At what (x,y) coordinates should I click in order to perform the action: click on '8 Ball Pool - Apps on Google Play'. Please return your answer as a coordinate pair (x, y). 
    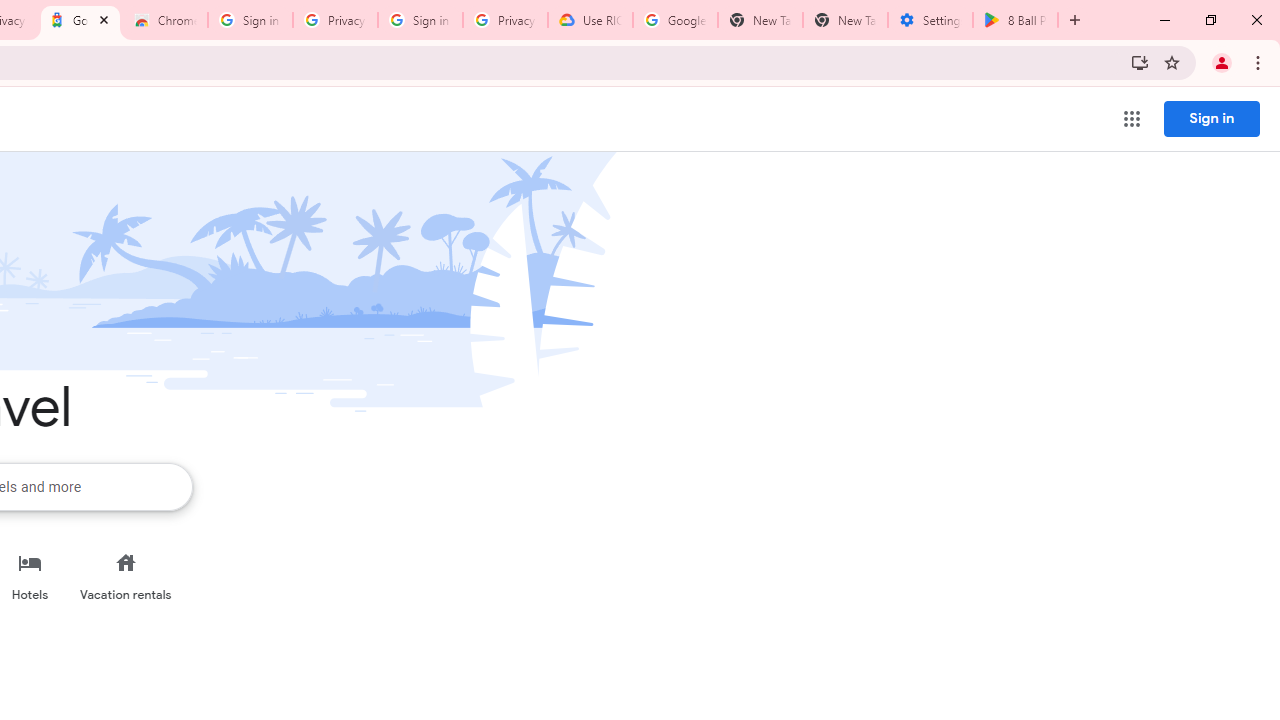
    Looking at the image, I should click on (1015, 20).